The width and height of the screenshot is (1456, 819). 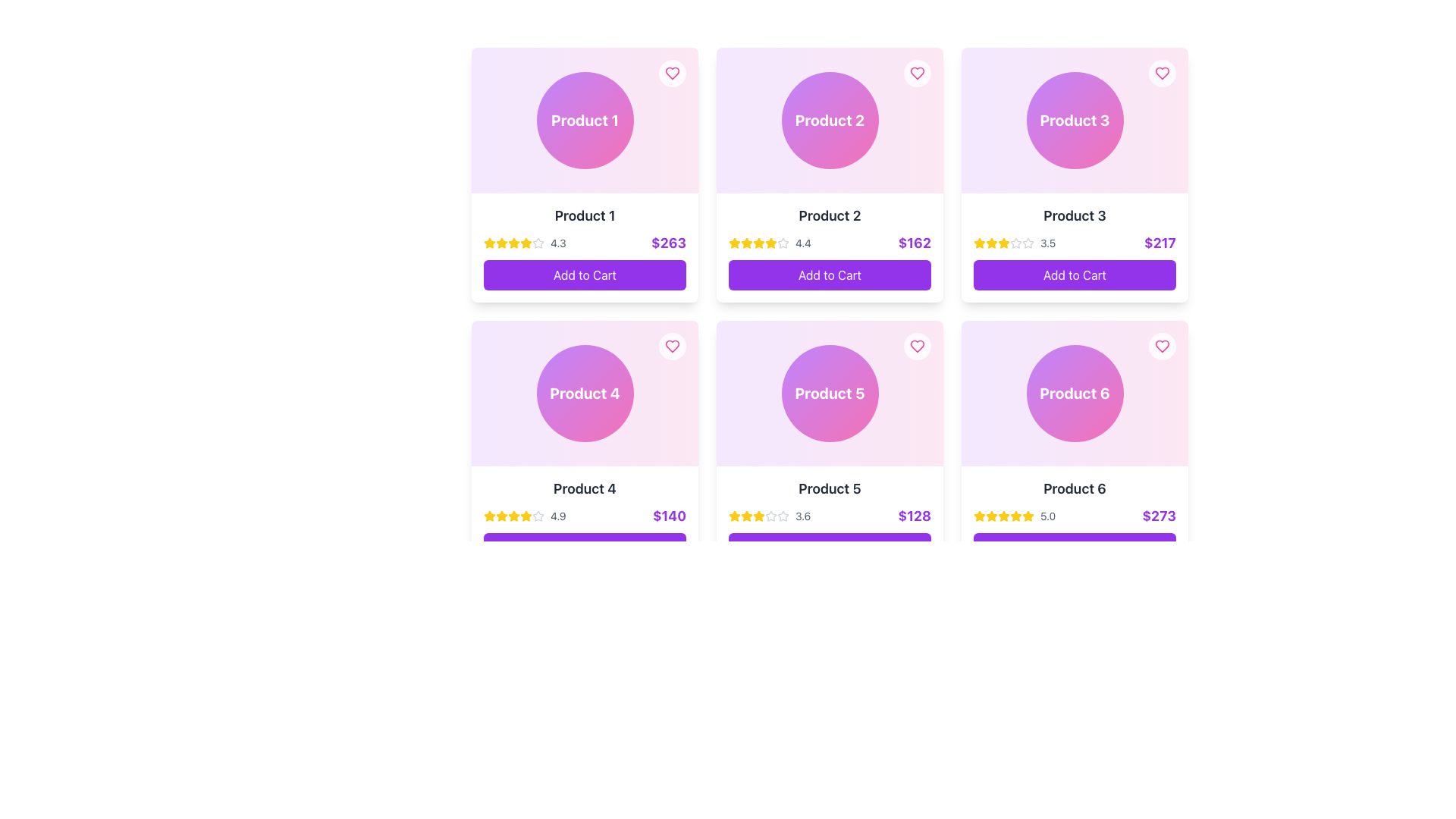 What do you see at coordinates (1161, 73) in the screenshot?
I see `the heart-shaped wishlist icon located at the top-right corner of 'Product 3'` at bounding box center [1161, 73].